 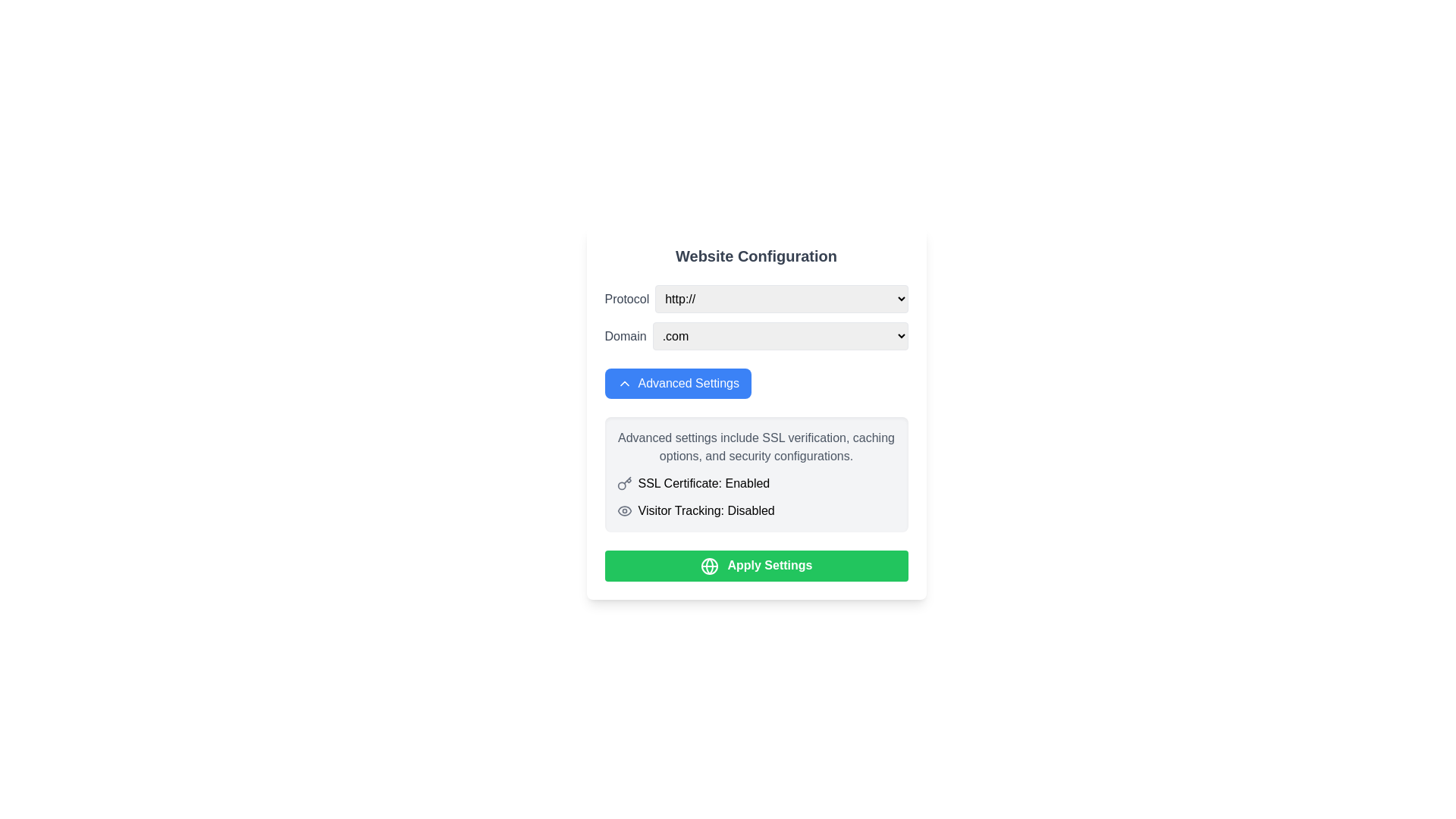 What do you see at coordinates (756, 483) in the screenshot?
I see `the Text Label with Icon that reads 'SSL Certificate: Enabled', which is styled in black on a light background and is the first item in a list of options under the 'Advanced settings include SSL verification, caching options, and security configurations.'` at bounding box center [756, 483].